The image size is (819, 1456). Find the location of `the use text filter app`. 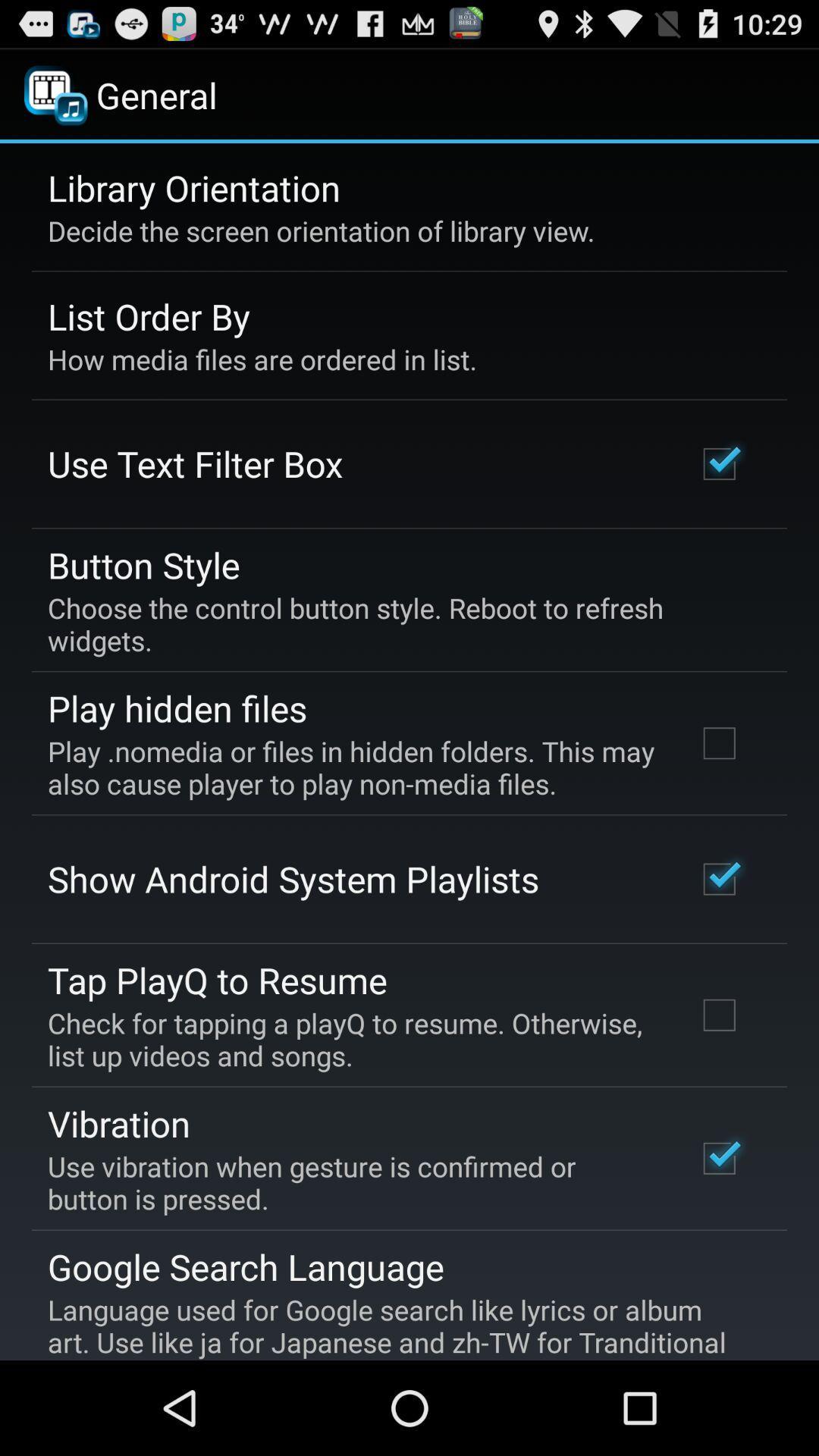

the use text filter app is located at coordinates (194, 463).